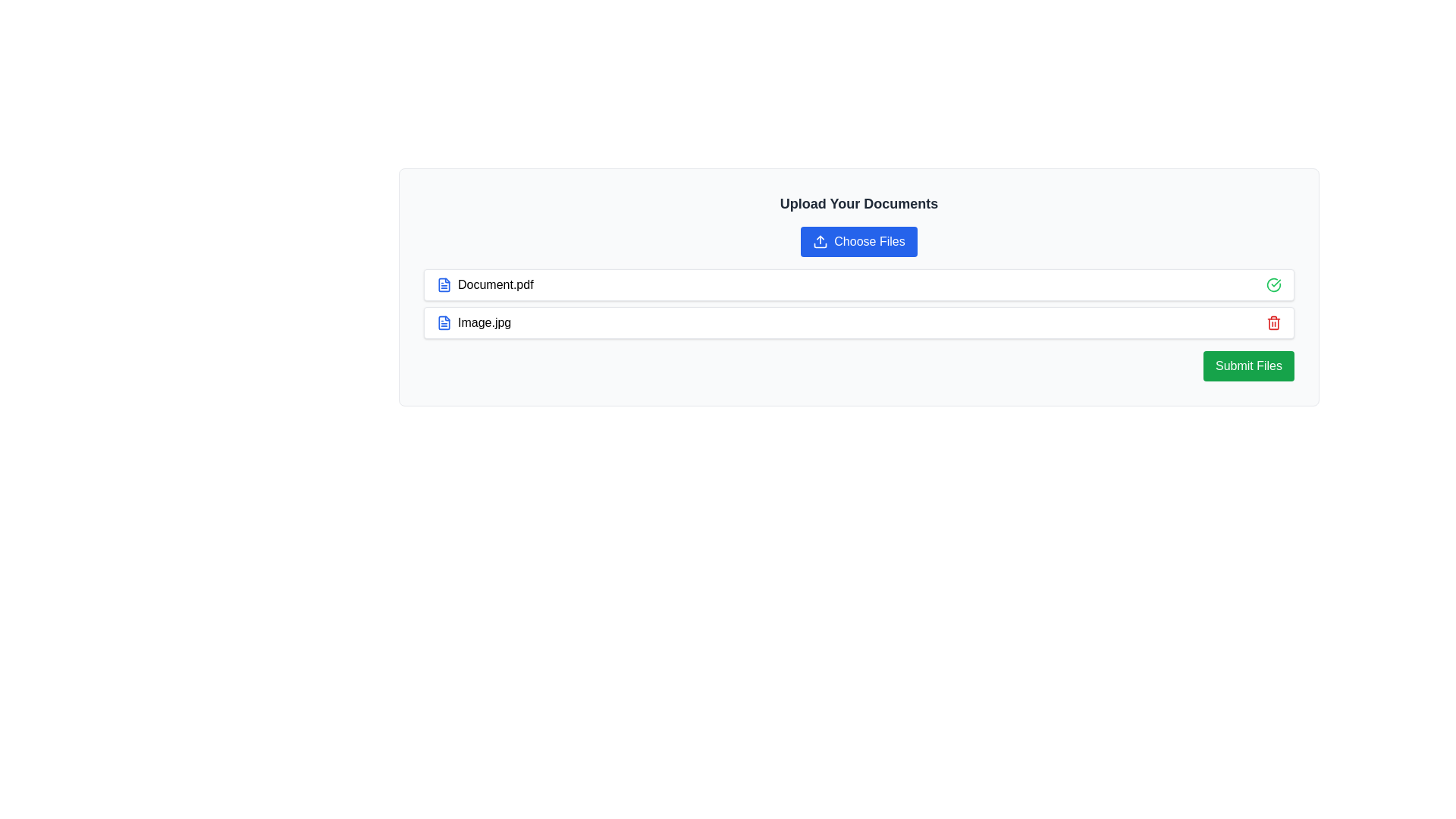 The image size is (1456, 819). Describe the element at coordinates (820, 241) in the screenshot. I see `the design of the upload icon, which is an outlined arrow pointing upward inside a rectangle, located on the blue 'Choose Files' button` at that location.